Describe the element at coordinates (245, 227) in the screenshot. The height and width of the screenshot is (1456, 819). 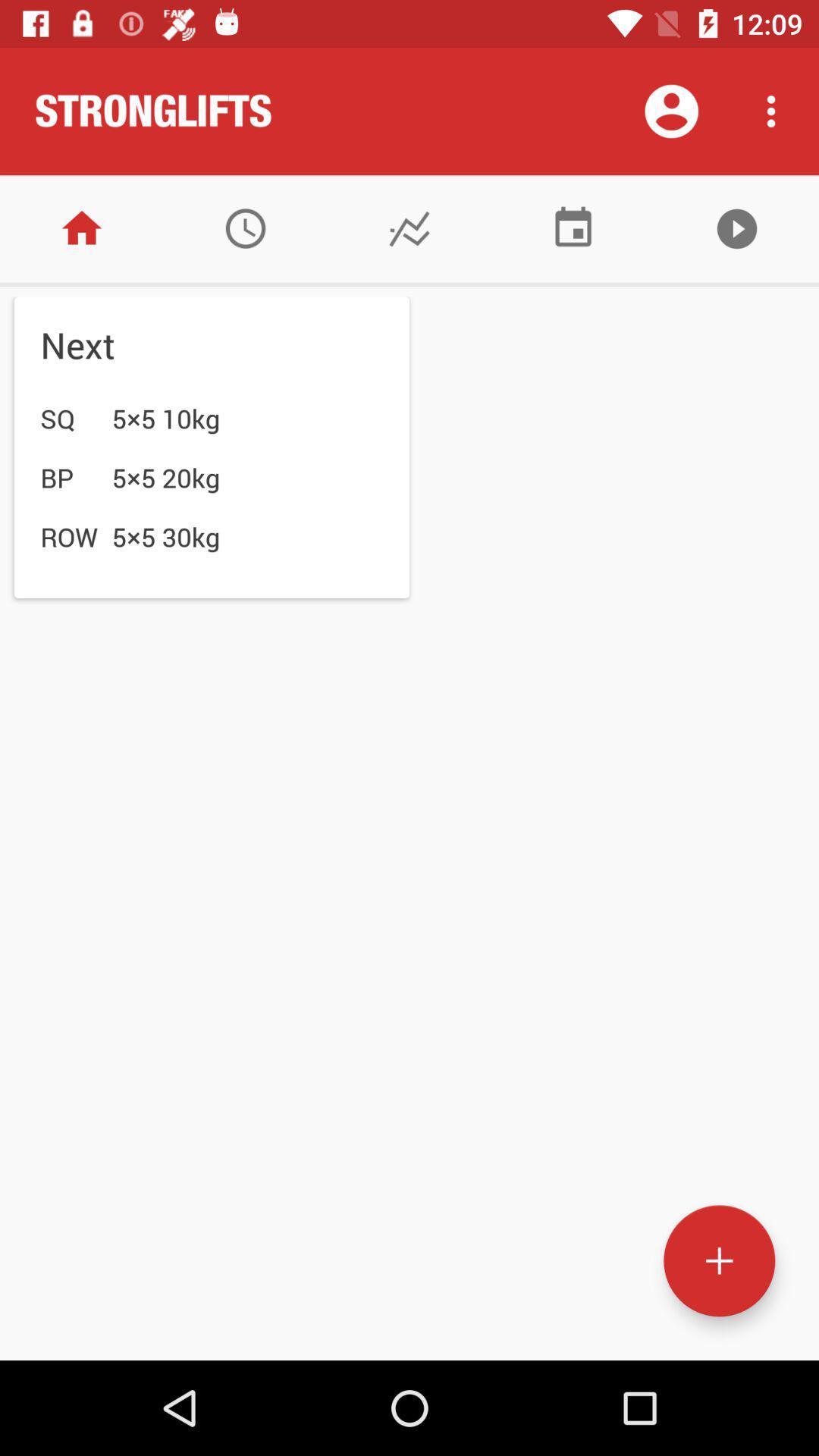
I see `time maintenance button` at that location.